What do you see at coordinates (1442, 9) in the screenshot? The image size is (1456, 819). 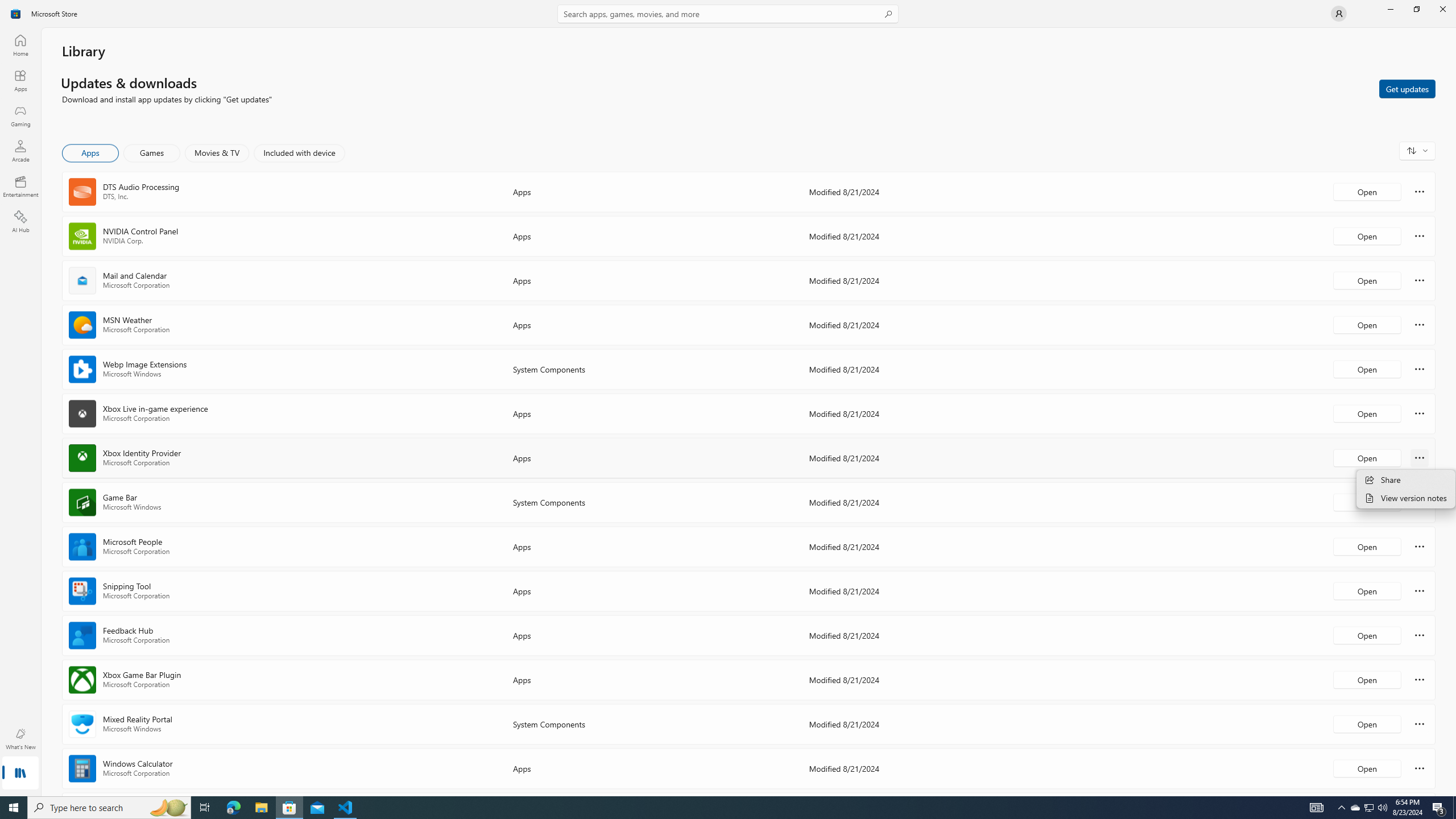 I see `'Close Microsoft Store'` at bounding box center [1442, 9].